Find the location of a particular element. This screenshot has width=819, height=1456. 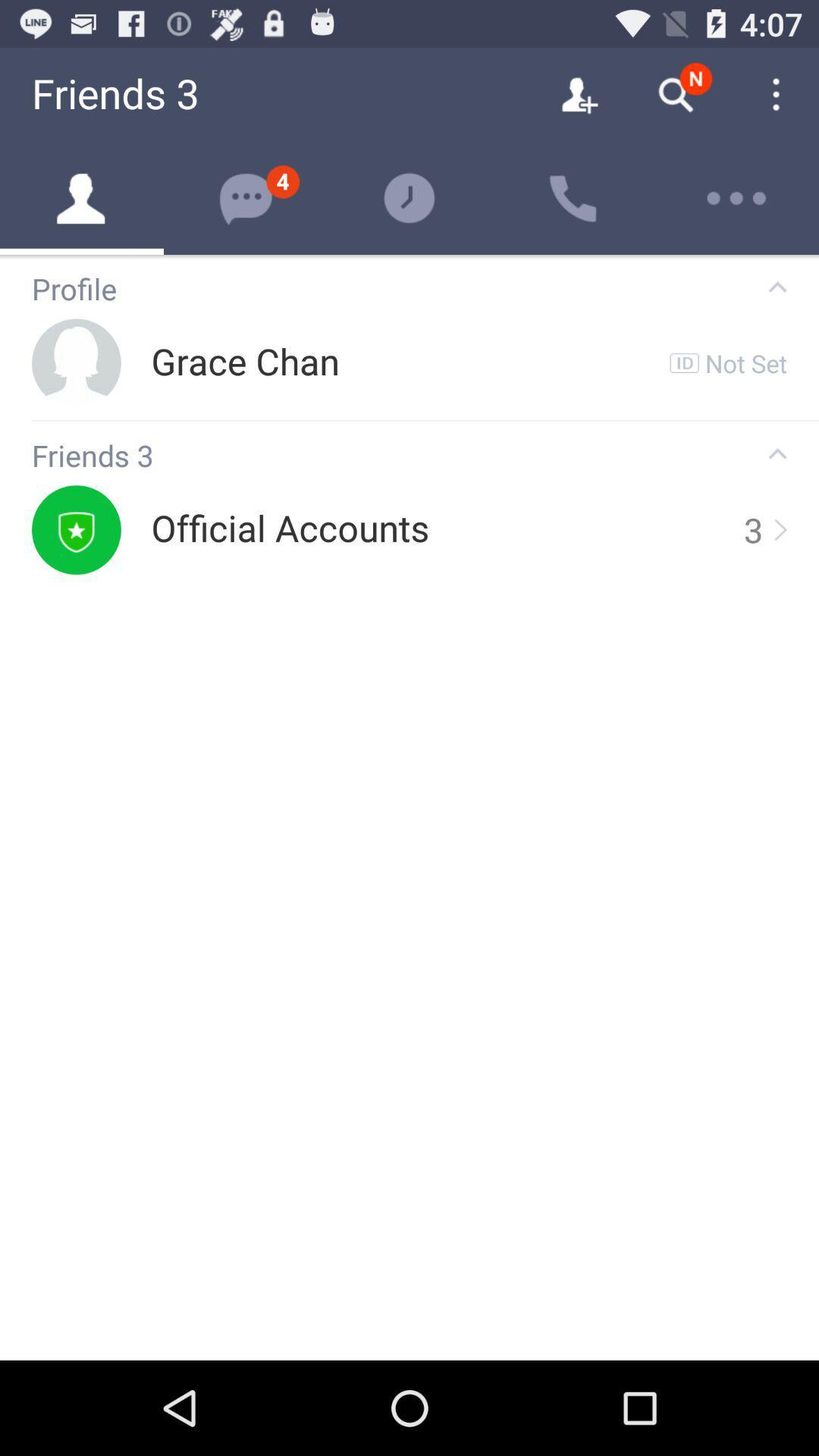

the grace chan item is located at coordinates (244, 362).